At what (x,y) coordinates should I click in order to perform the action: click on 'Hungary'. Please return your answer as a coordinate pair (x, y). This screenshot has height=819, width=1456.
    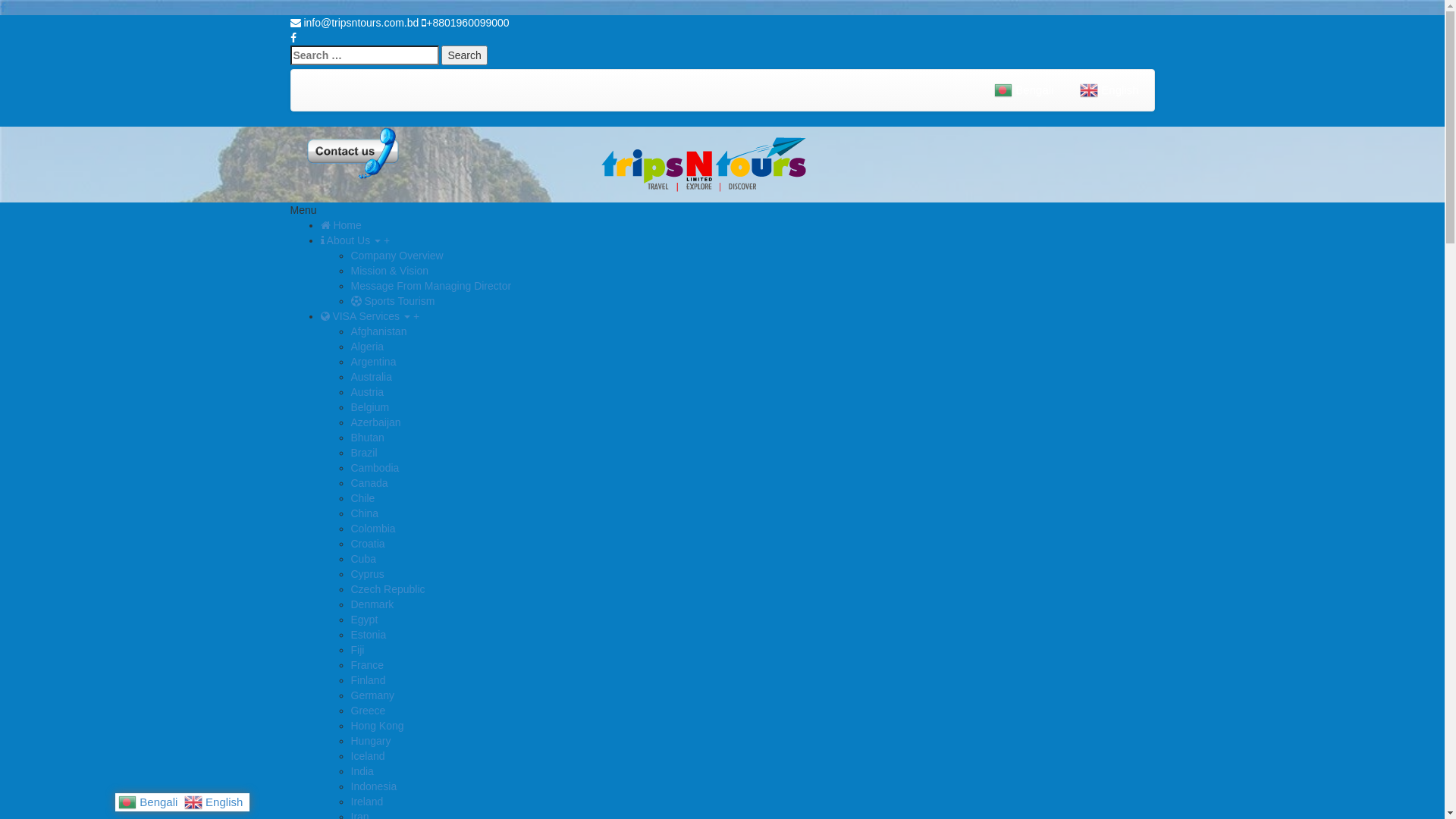
    Looking at the image, I should click on (370, 739).